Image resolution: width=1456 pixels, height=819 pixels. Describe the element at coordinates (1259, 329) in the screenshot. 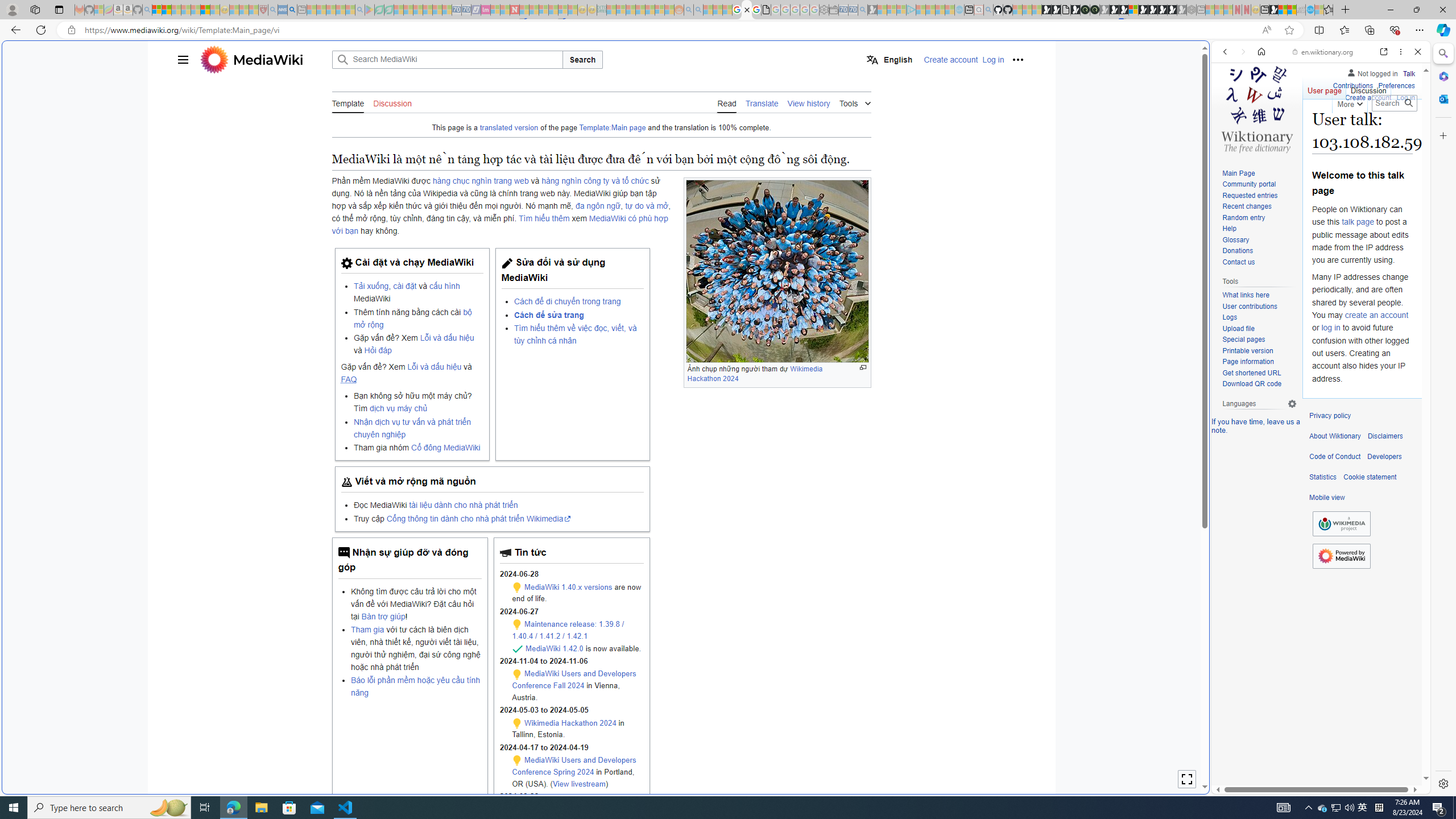

I see `'Upload file'` at that location.